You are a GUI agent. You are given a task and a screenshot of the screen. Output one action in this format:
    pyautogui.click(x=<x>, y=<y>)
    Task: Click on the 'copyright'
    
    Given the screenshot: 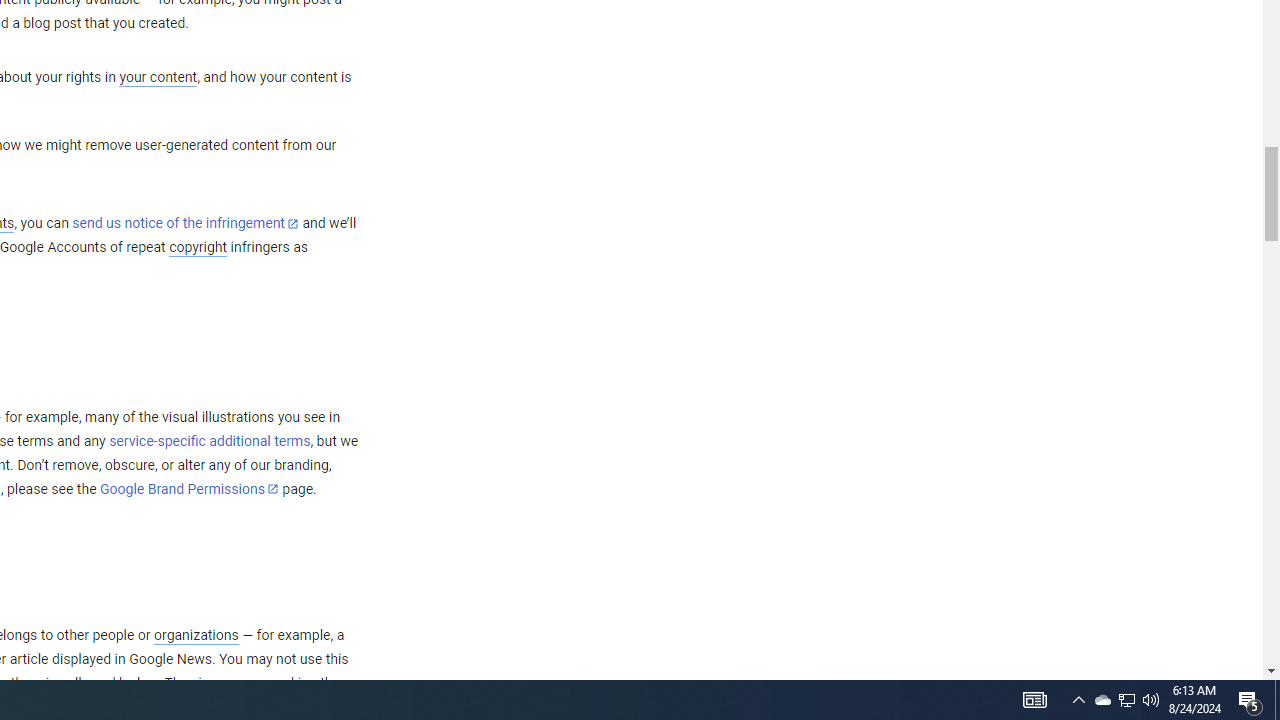 What is the action you would take?
    pyautogui.click(x=198, y=247)
    